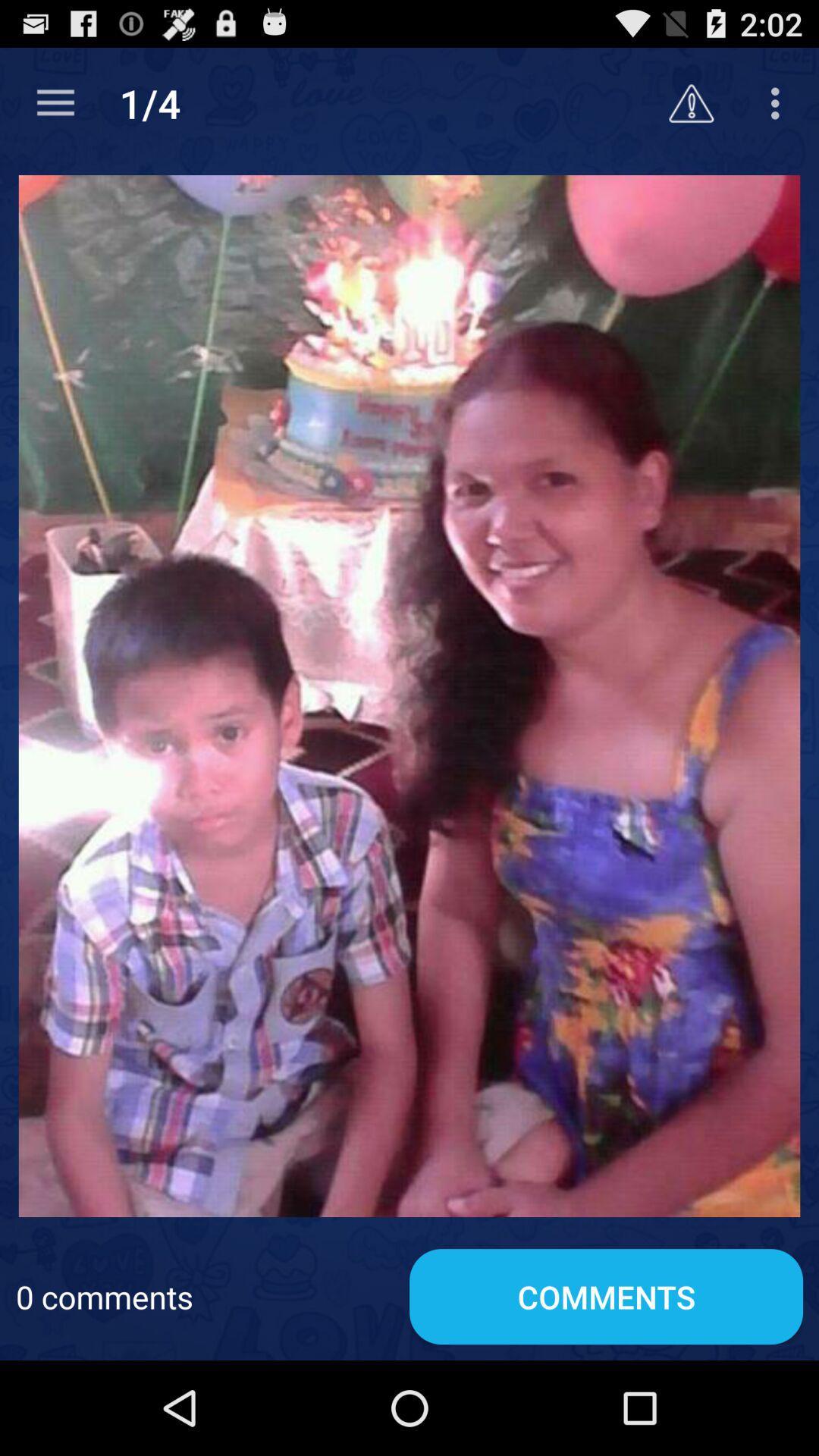 The image size is (819, 1456). Describe the element at coordinates (55, 102) in the screenshot. I see `the item next to the 1/4 app` at that location.